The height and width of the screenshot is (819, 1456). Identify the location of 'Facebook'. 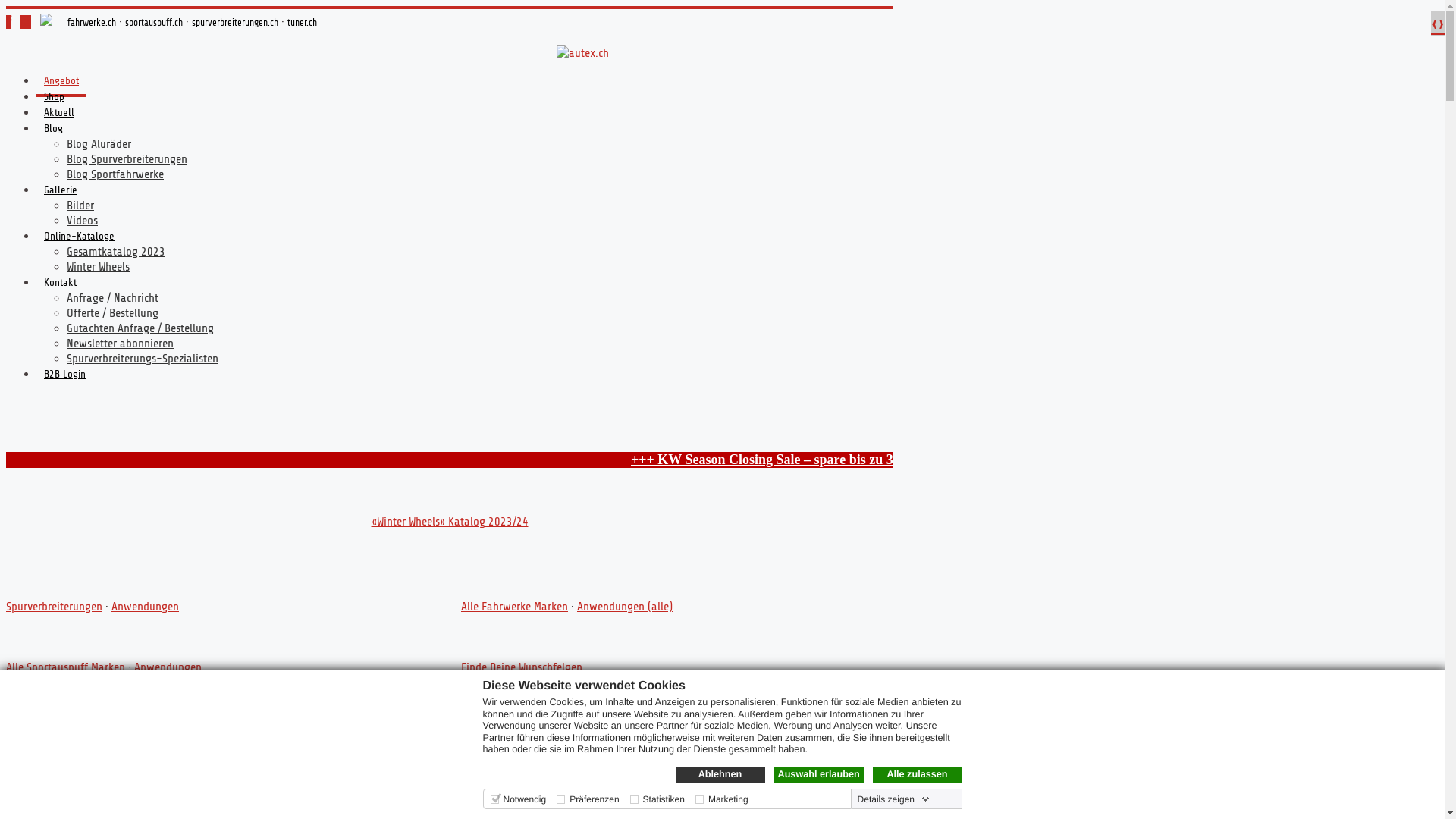
(6, 22).